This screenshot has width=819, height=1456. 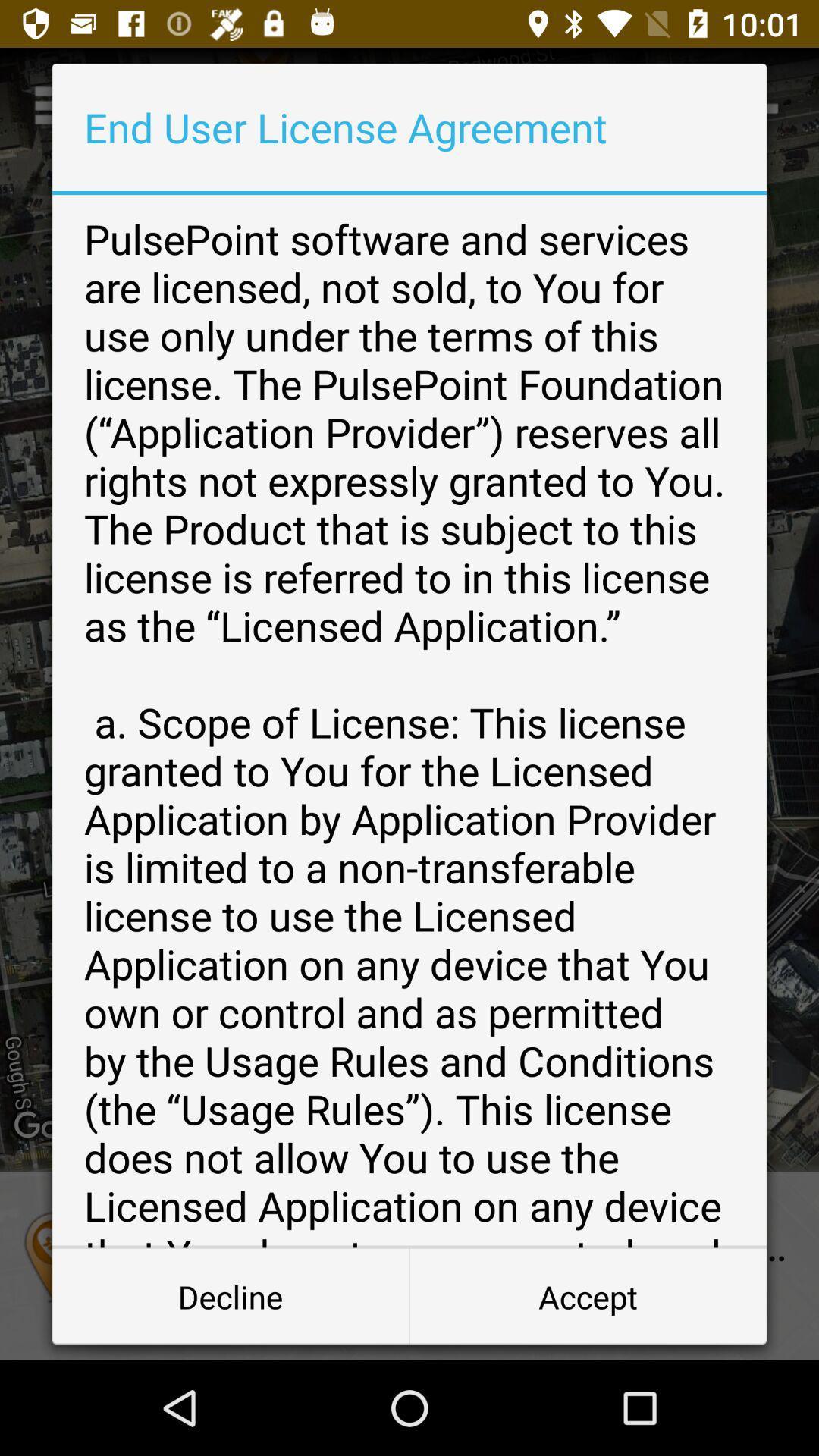 What do you see at coordinates (231, 1295) in the screenshot?
I see `app below pulsepoint software and item` at bounding box center [231, 1295].